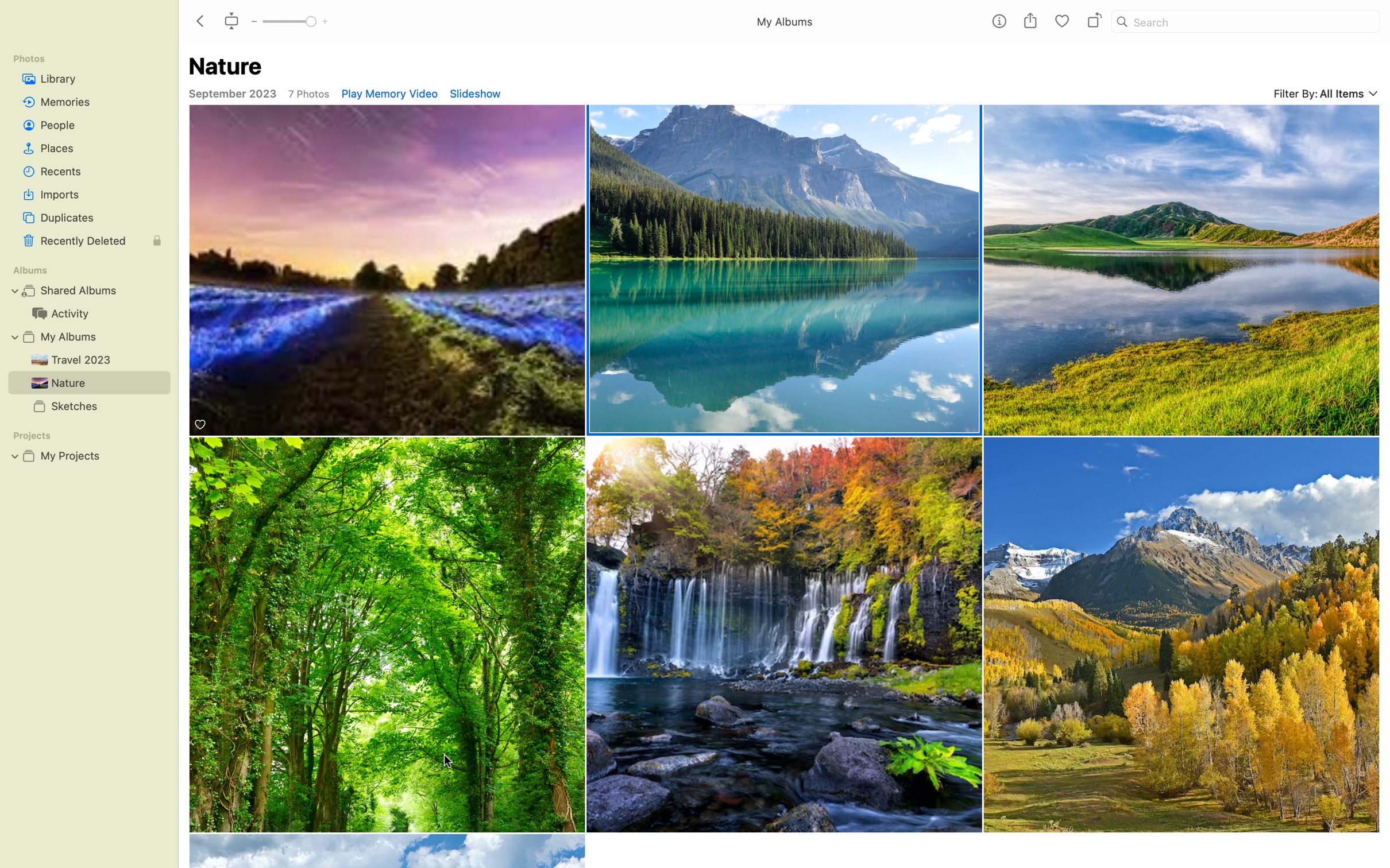 This screenshot has width=1390, height=868. What do you see at coordinates (785, 269) in the screenshot?
I see `the "Nature" class from the dropdown menu` at bounding box center [785, 269].